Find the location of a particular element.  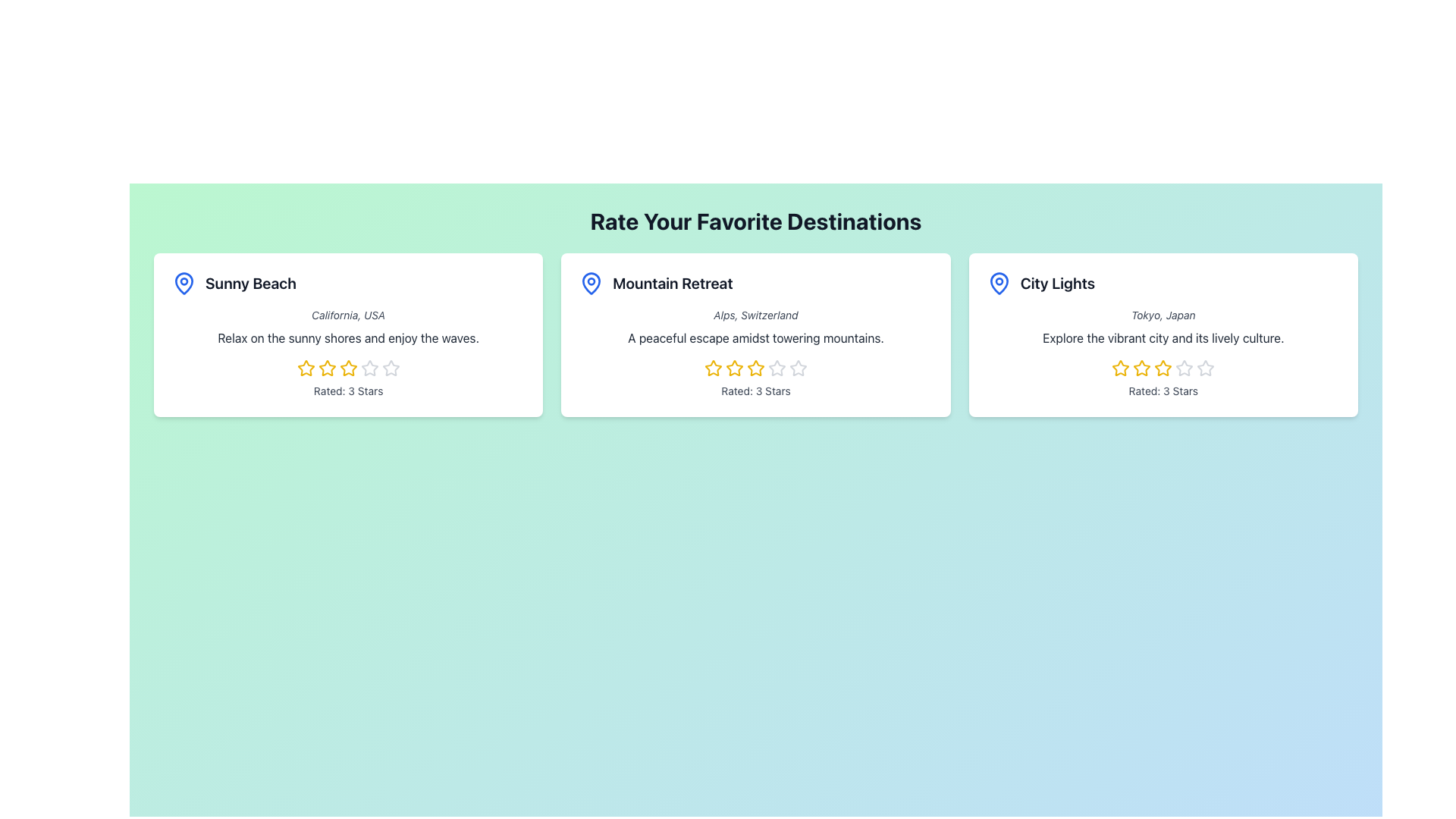

the third star icon is located at coordinates (777, 368).